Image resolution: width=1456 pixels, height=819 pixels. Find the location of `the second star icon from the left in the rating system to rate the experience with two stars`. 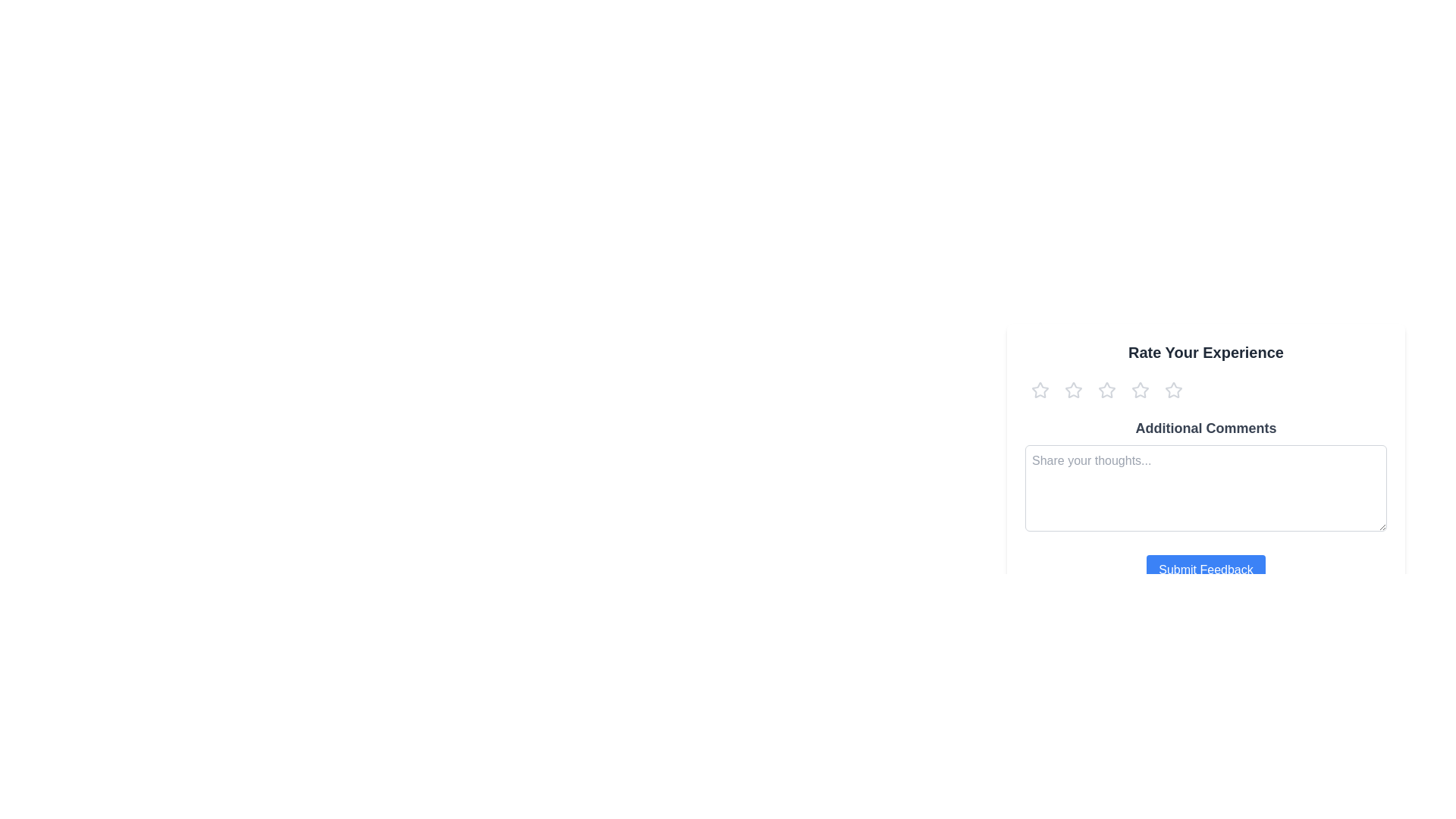

the second star icon from the left in the rating system to rate the experience with two stars is located at coordinates (1073, 390).